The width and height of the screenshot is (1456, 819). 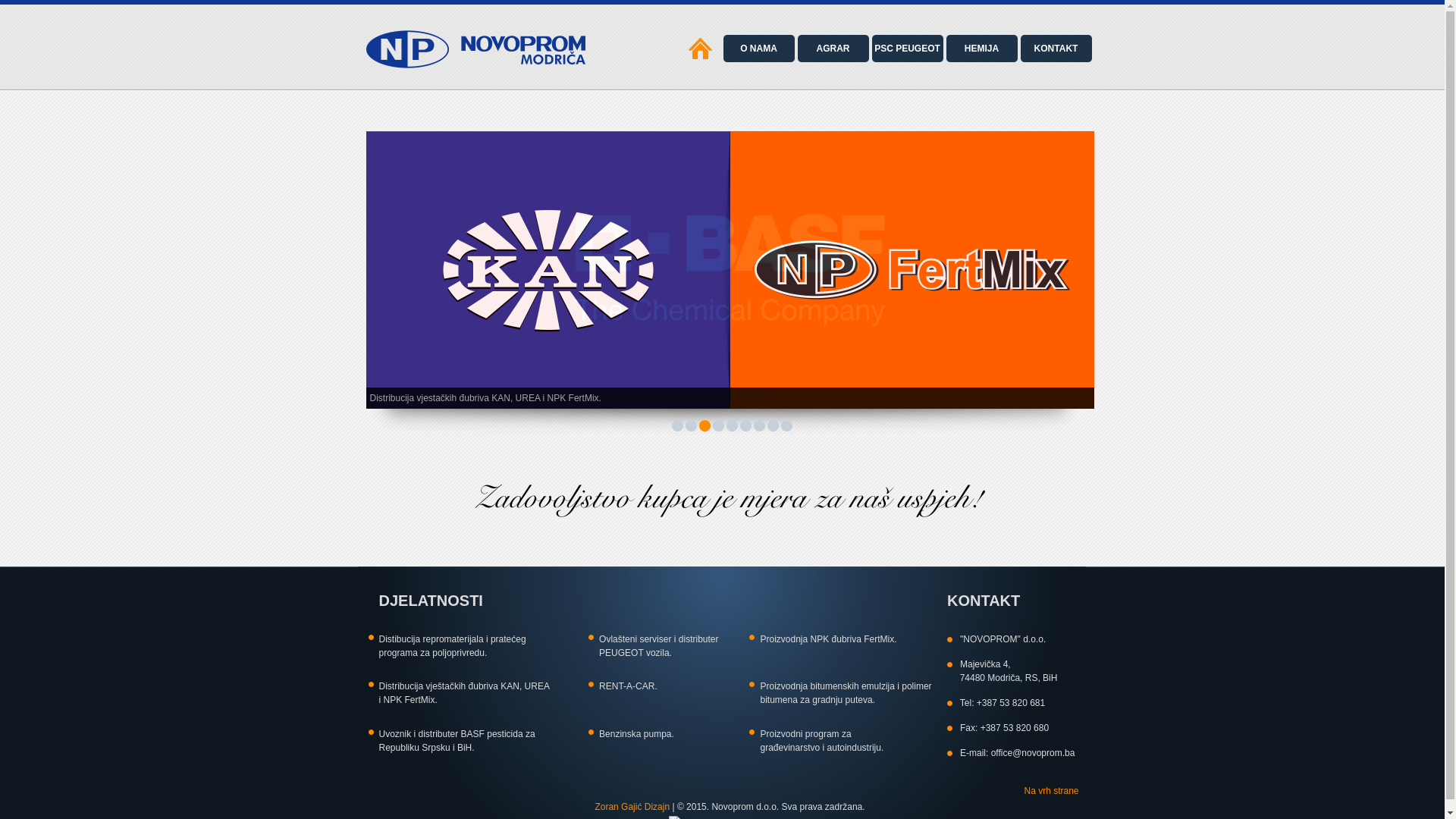 What do you see at coordinates (942, 48) in the screenshot?
I see `'HEMIJA'` at bounding box center [942, 48].